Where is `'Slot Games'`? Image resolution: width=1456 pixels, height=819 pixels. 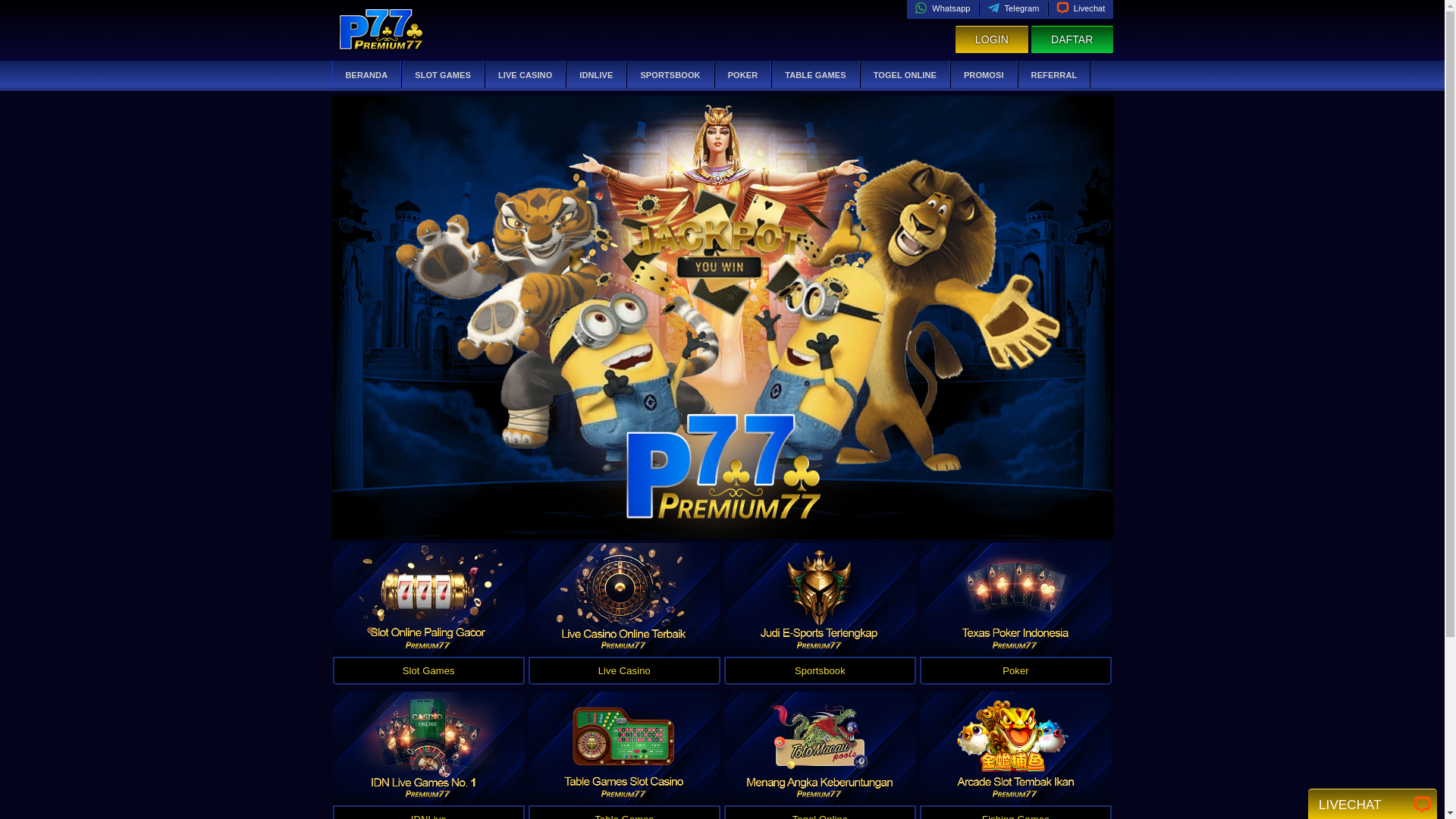 'Slot Games' is located at coordinates (427, 670).